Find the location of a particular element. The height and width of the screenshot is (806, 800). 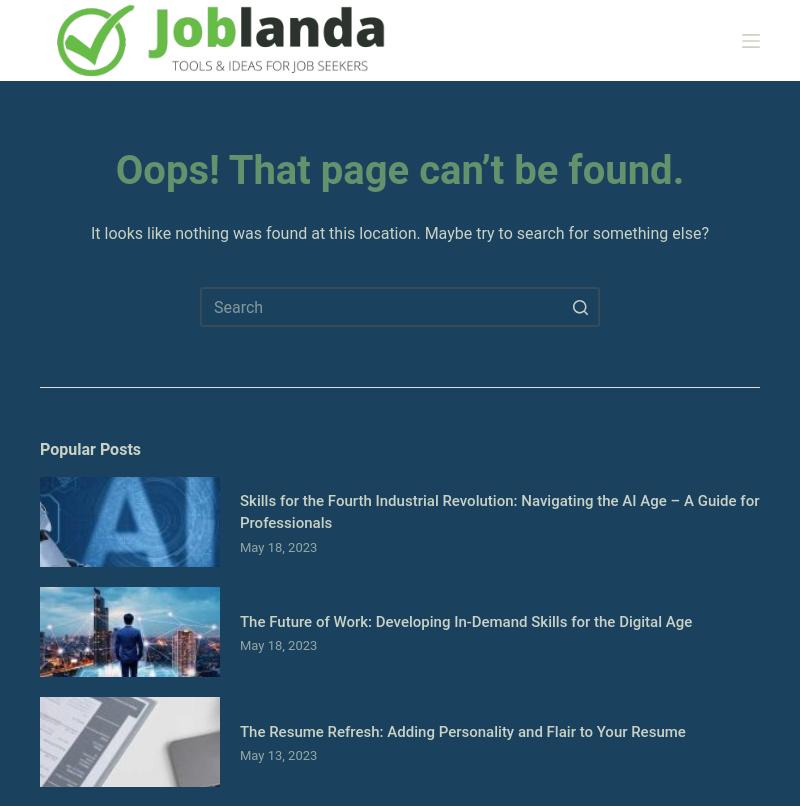

'Our Mission' is located at coordinates (83, 395).